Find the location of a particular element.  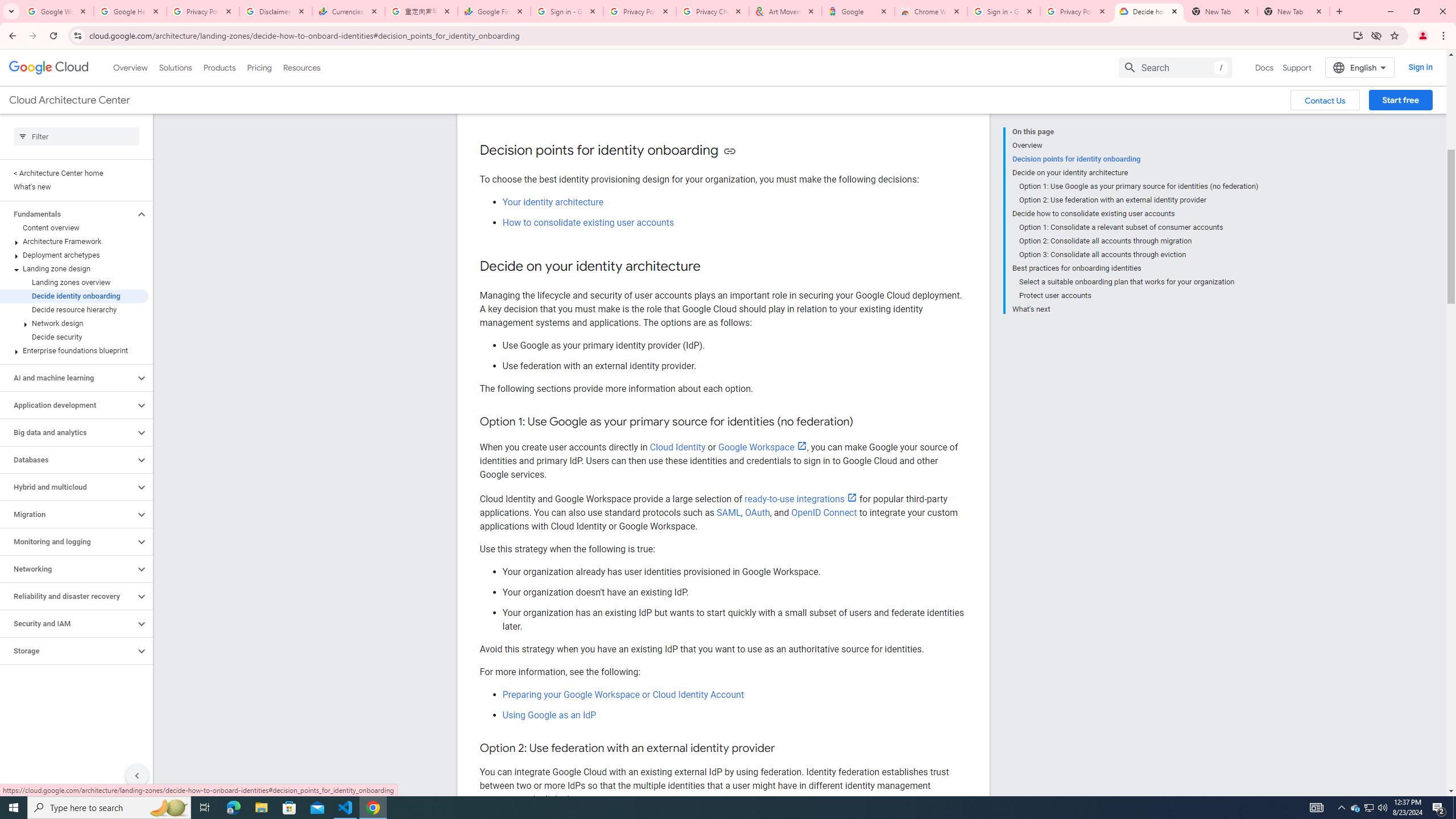

'< Architecture Center home' is located at coordinates (74, 172).